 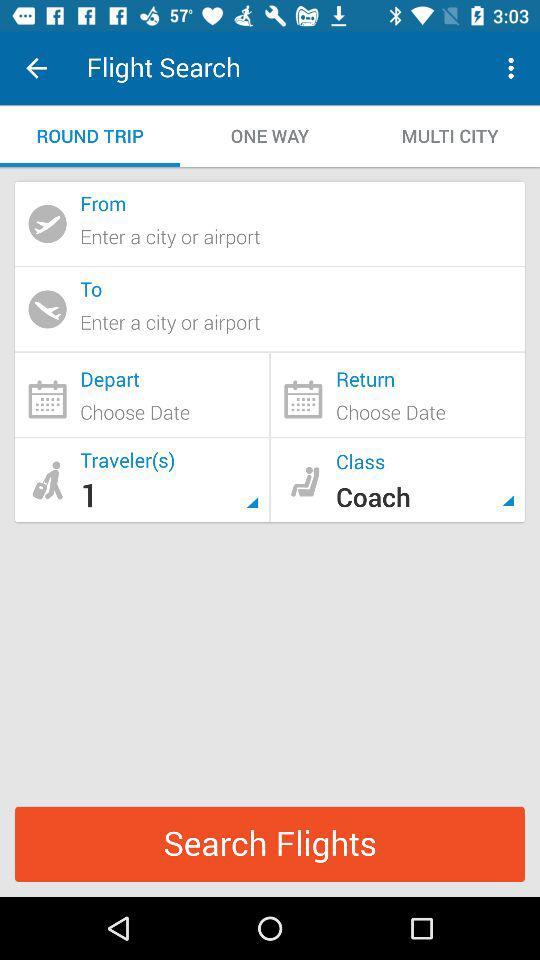 I want to click on the item to the right of round trip icon, so click(x=270, y=135).